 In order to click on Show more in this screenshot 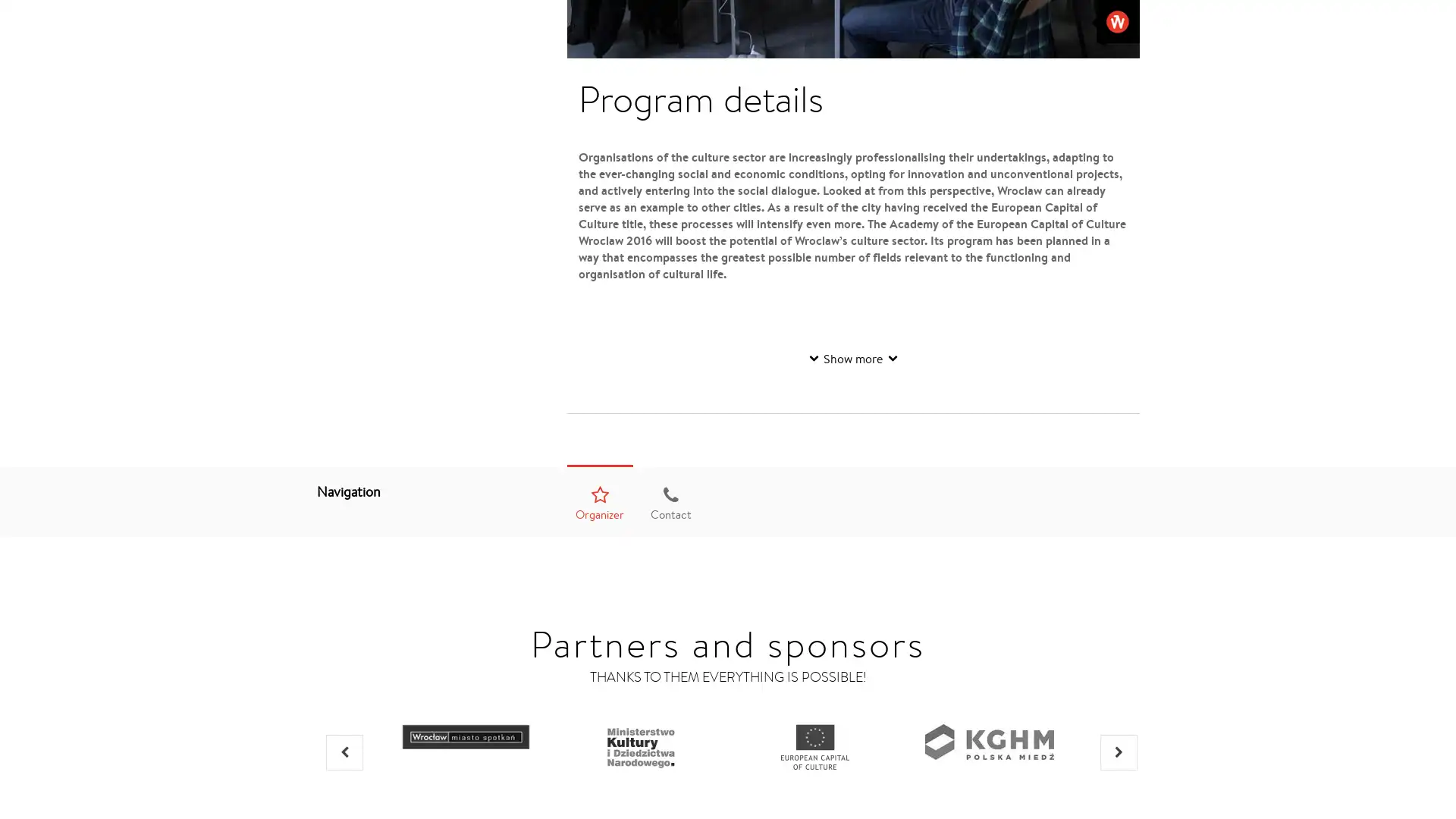, I will do `click(852, 358)`.